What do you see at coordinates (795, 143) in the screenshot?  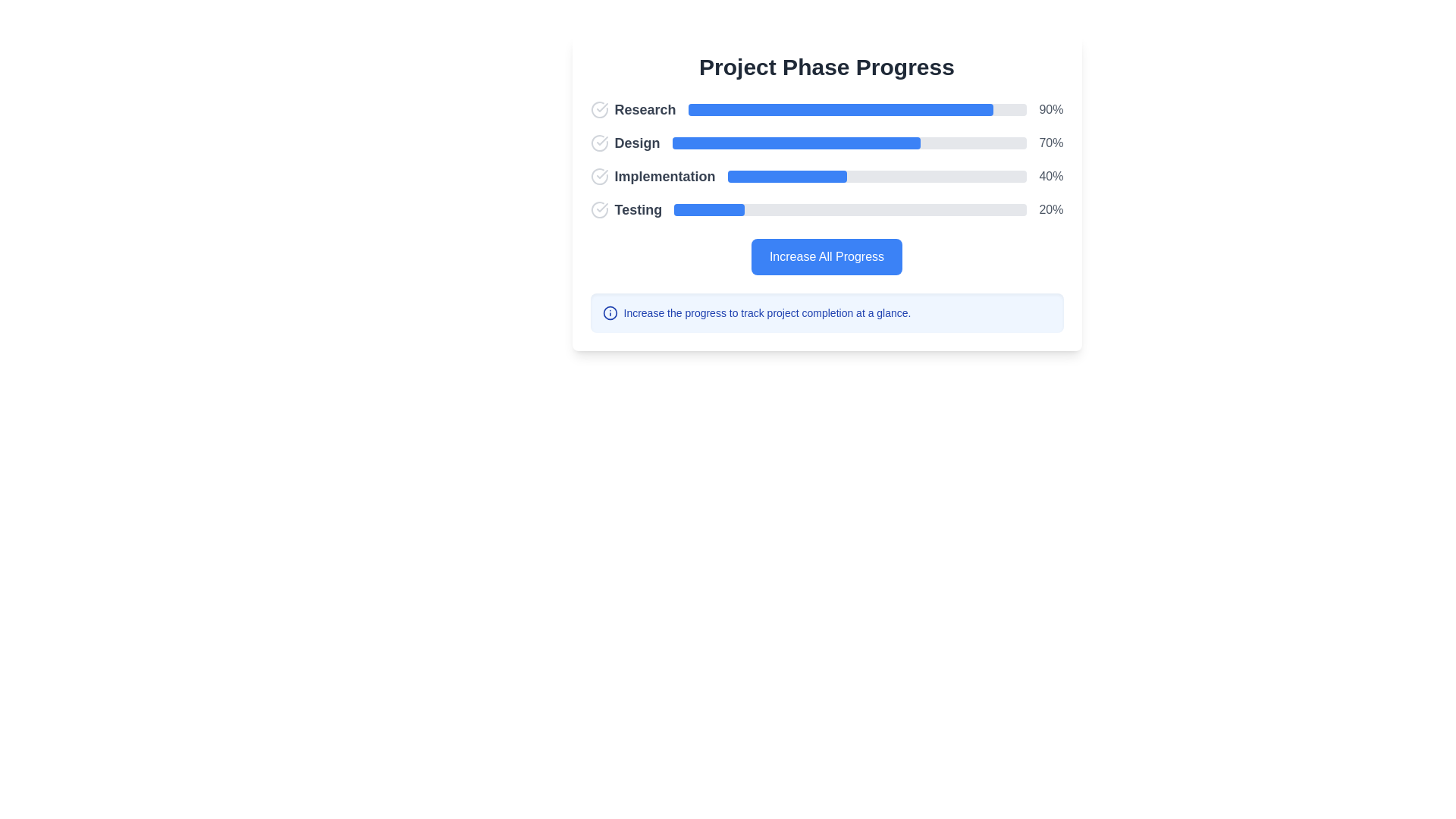 I see `the blue progress bar representing the 'Design' phase, which is the second bar in the vertical sequence of progress bars` at bounding box center [795, 143].